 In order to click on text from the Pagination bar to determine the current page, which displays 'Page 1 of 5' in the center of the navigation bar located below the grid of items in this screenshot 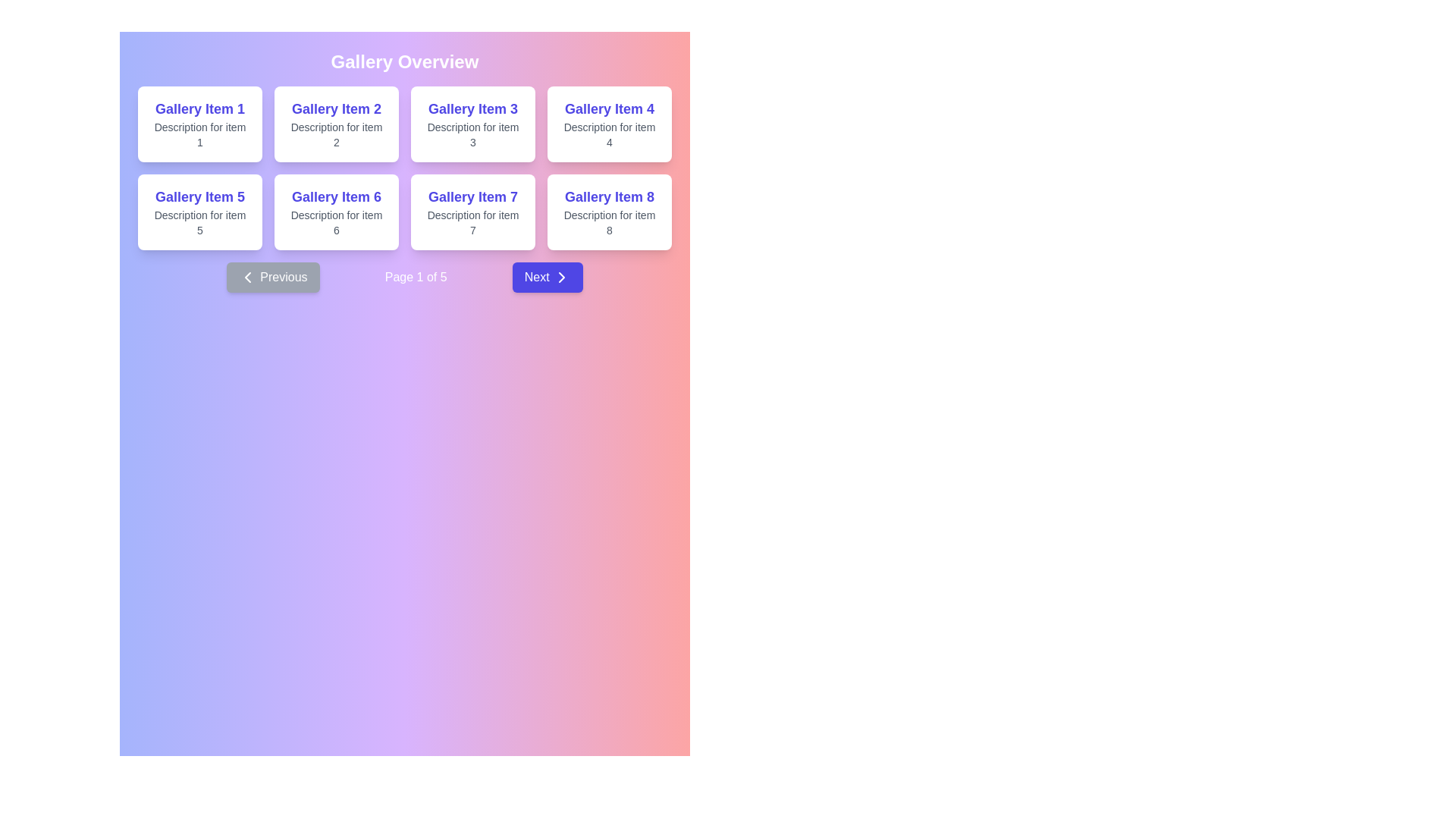, I will do `click(404, 278)`.